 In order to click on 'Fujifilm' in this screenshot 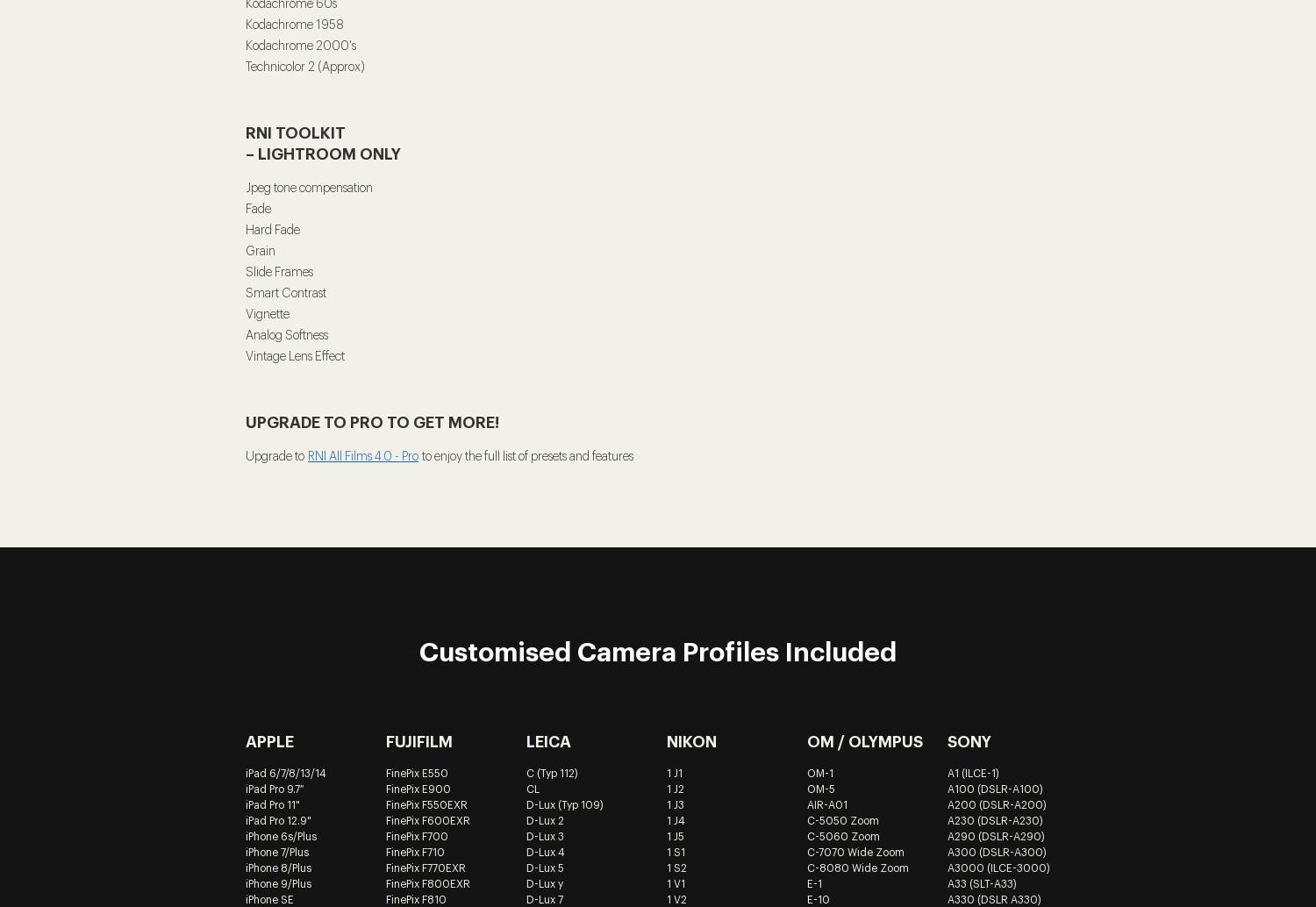, I will do `click(418, 741)`.